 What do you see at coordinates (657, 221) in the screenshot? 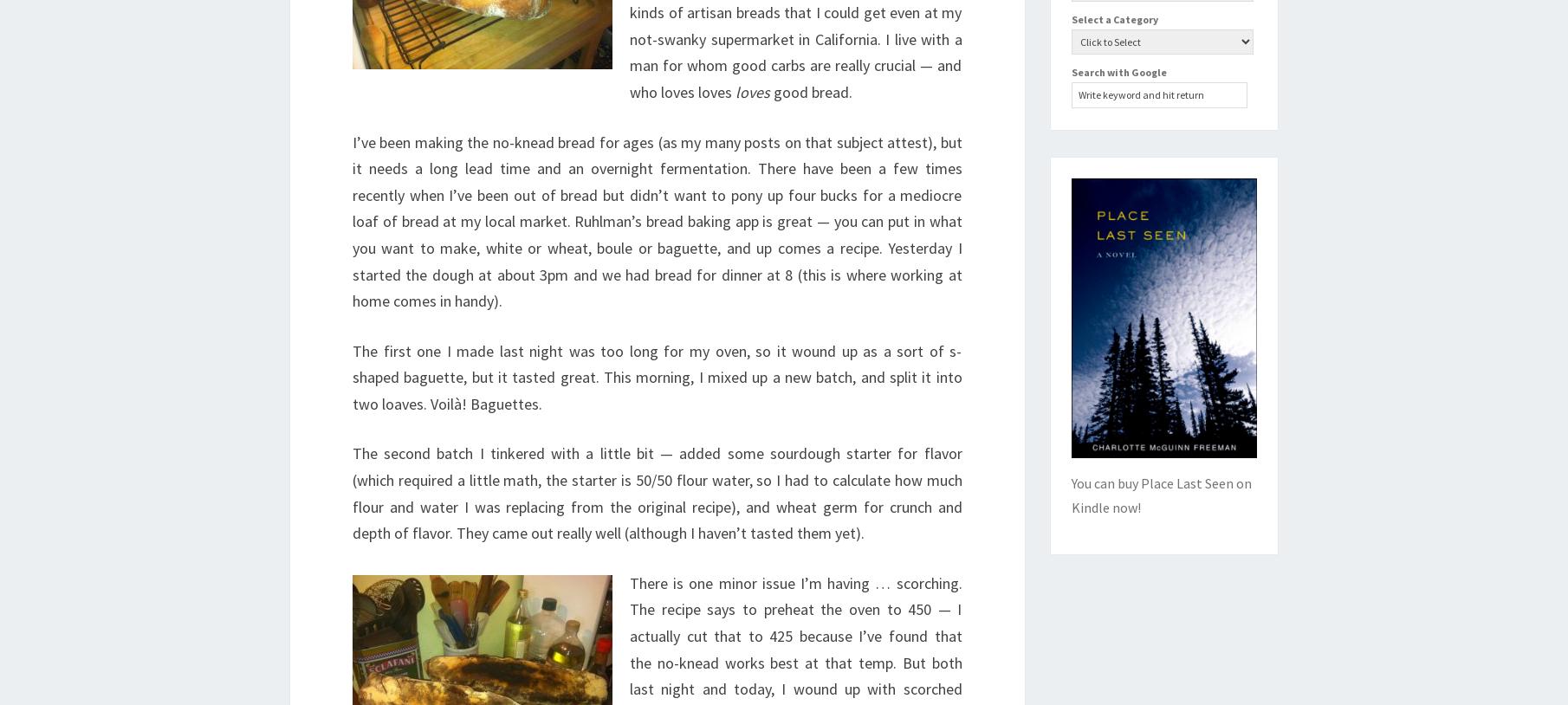
I see `'I’ve been making the no-knead bread for ages (as my many posts on that subject attest), but it needs a long lead time and an overnight fermentation. There have been a few times recently when I’ve been out of bread but didn’t want to pony up four bucks for a mediocre loaf of bread at my local market. Ruhlman’s bread baking app is great — you can put in what you want to make, white or wheat, boule or baguette, and up comes a recipe. Yesterday I started the dough at about 3pm and we had bread for dinner at 8 (this is where working at home comes in handy).'` at bounding box center [657, 221].